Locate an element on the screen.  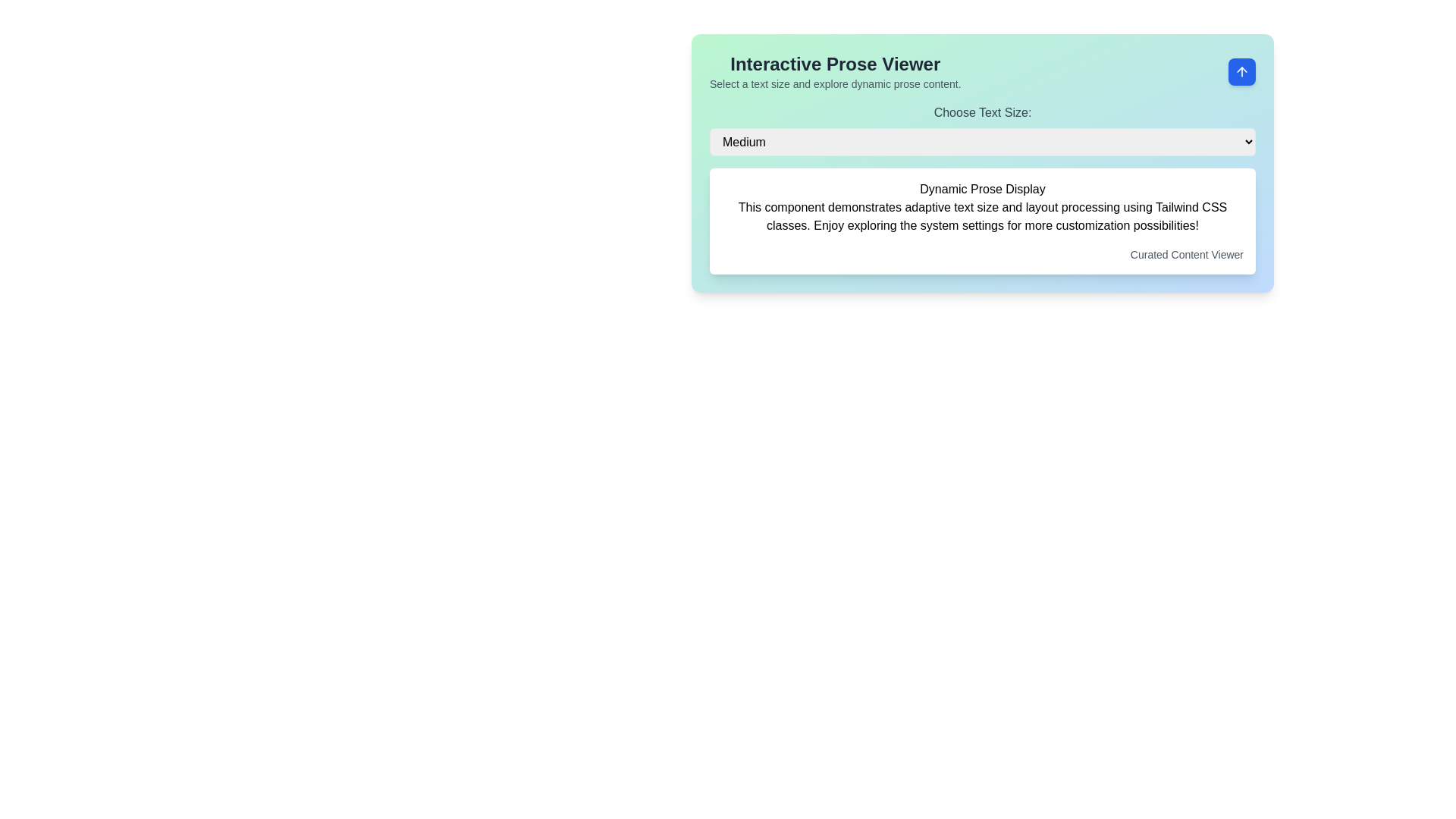
the blue square button with rounded corners and an upward-facing white arrow icon in the 'Interactive Prose Viewer' section is located at coordinates (1241, 72).